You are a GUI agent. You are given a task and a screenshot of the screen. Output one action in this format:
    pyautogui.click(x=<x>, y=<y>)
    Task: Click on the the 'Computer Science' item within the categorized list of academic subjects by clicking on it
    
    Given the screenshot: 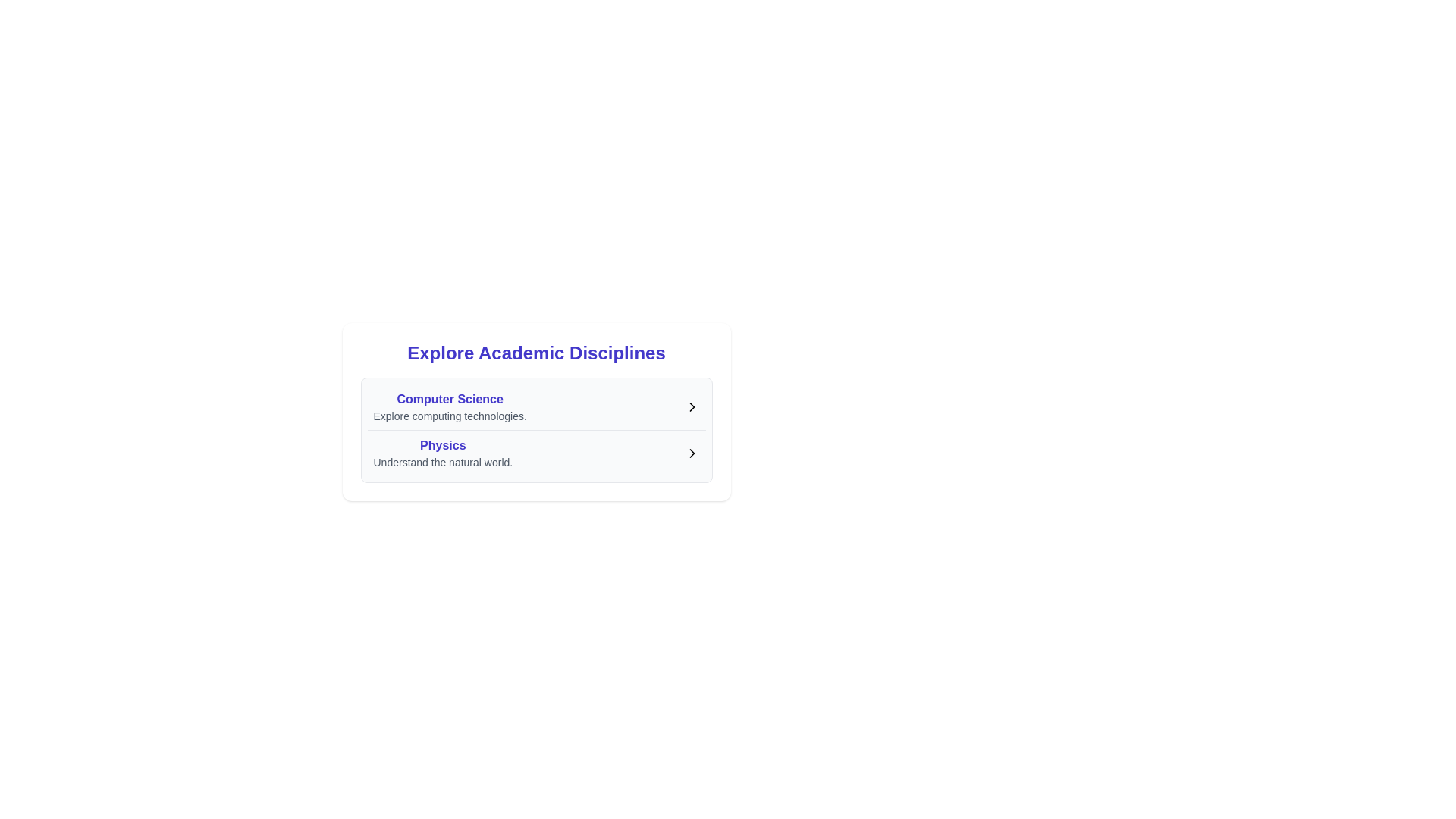 What is the action you would take?
    pyautogui.click(x=536, y=430)
    